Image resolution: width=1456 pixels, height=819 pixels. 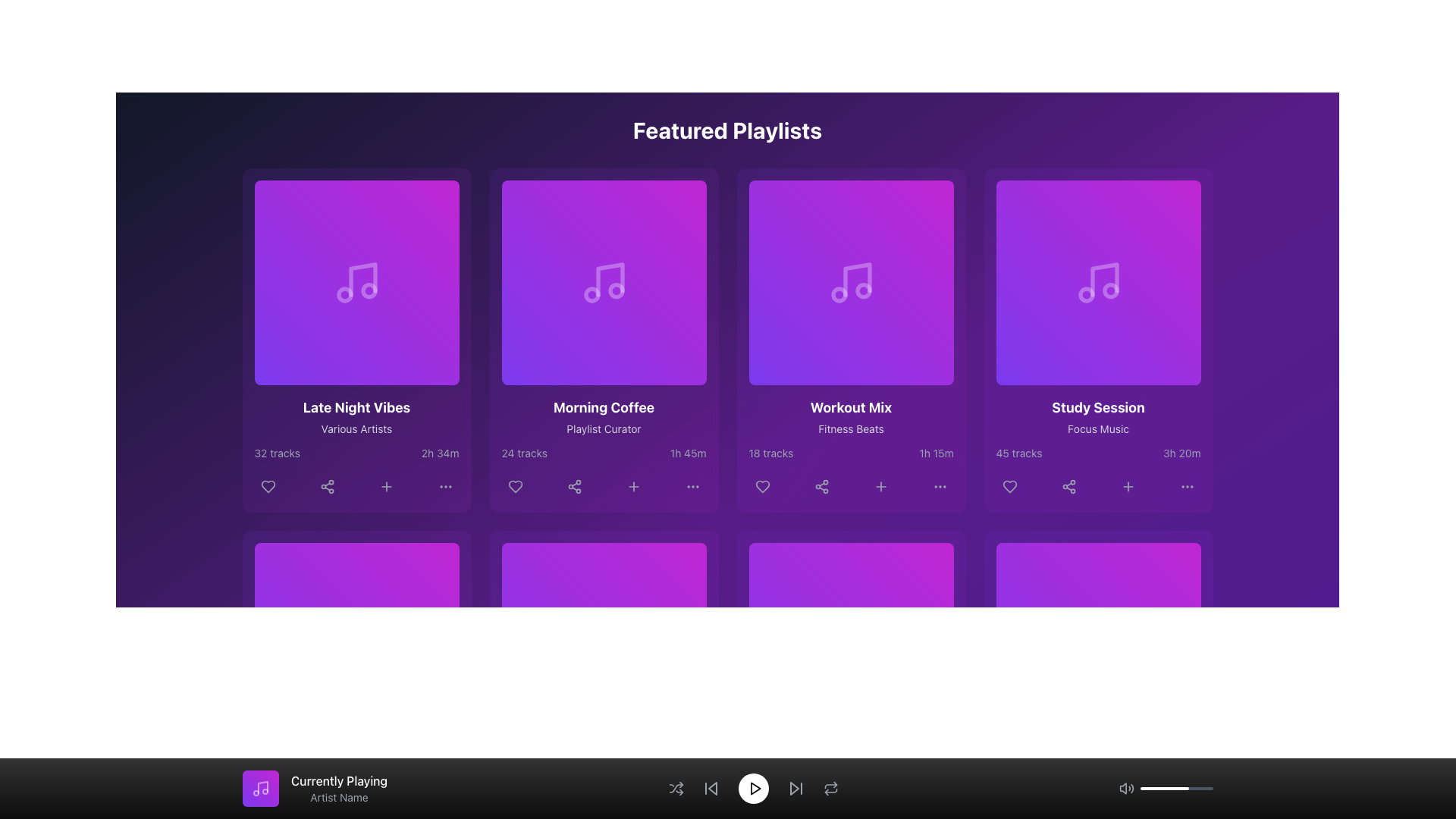 I want to click on the volume level, so click(x=1192, y=788).